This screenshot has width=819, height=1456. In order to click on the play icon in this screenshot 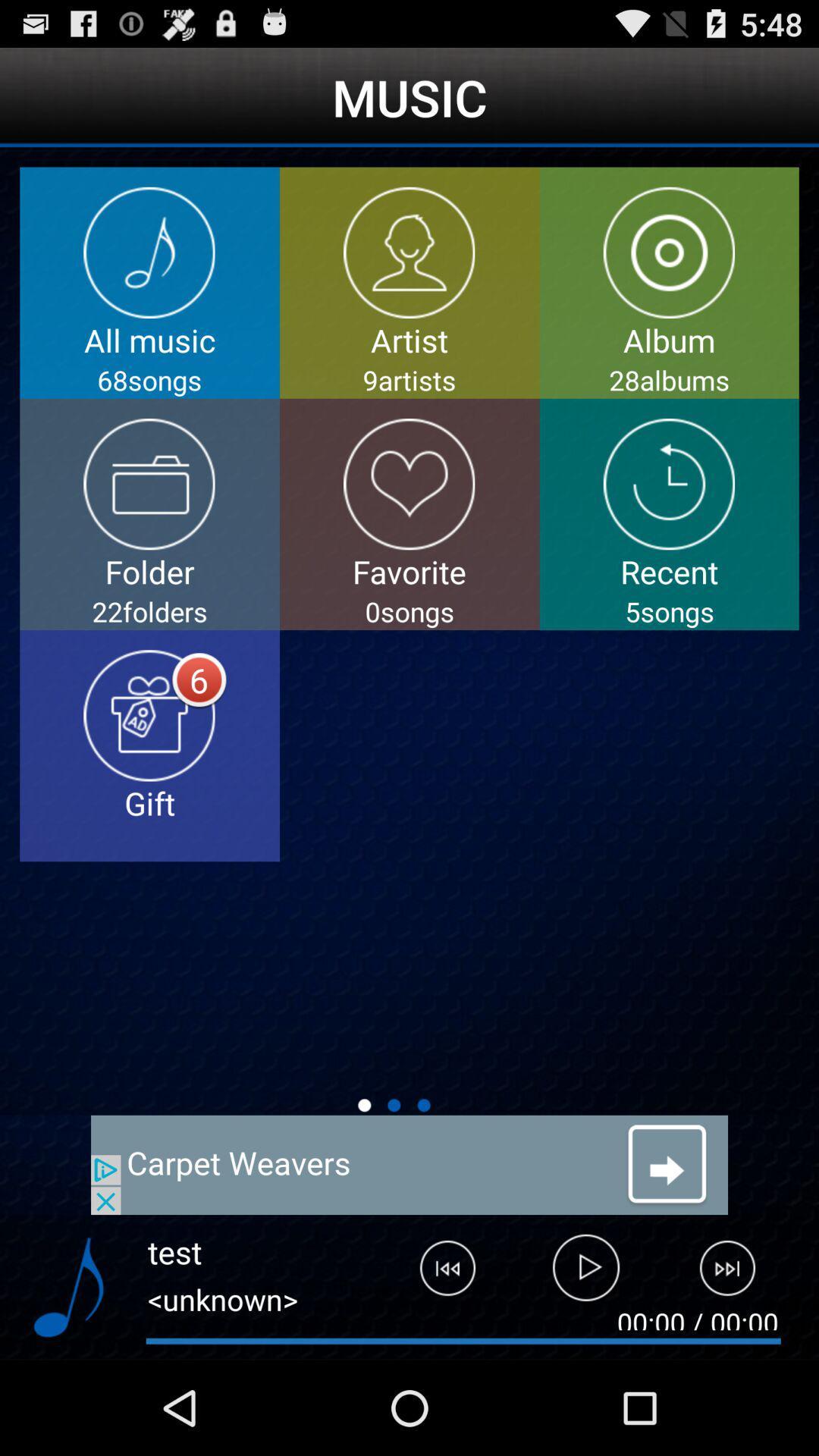, I will do `click(585, 1364)`.